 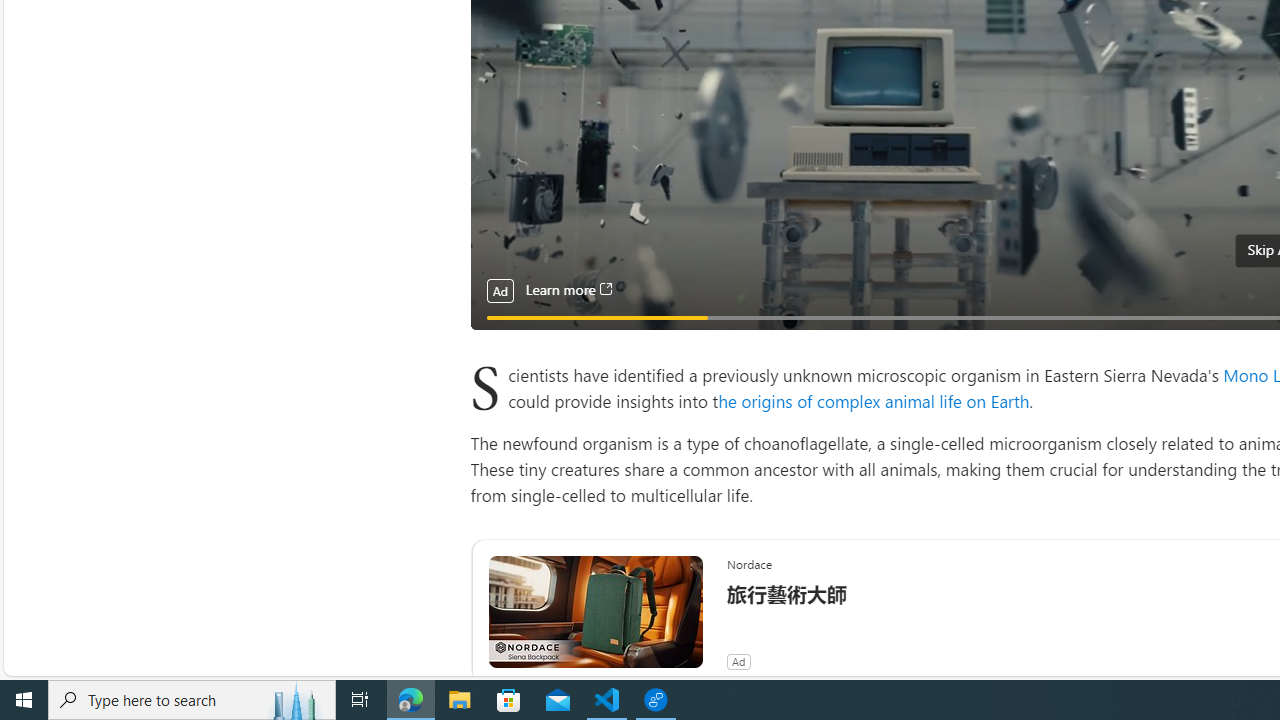 What do you see at coordinates (567, 290) in the screenshot?
I see `'Learn more'` at bounding box center [567, 290].